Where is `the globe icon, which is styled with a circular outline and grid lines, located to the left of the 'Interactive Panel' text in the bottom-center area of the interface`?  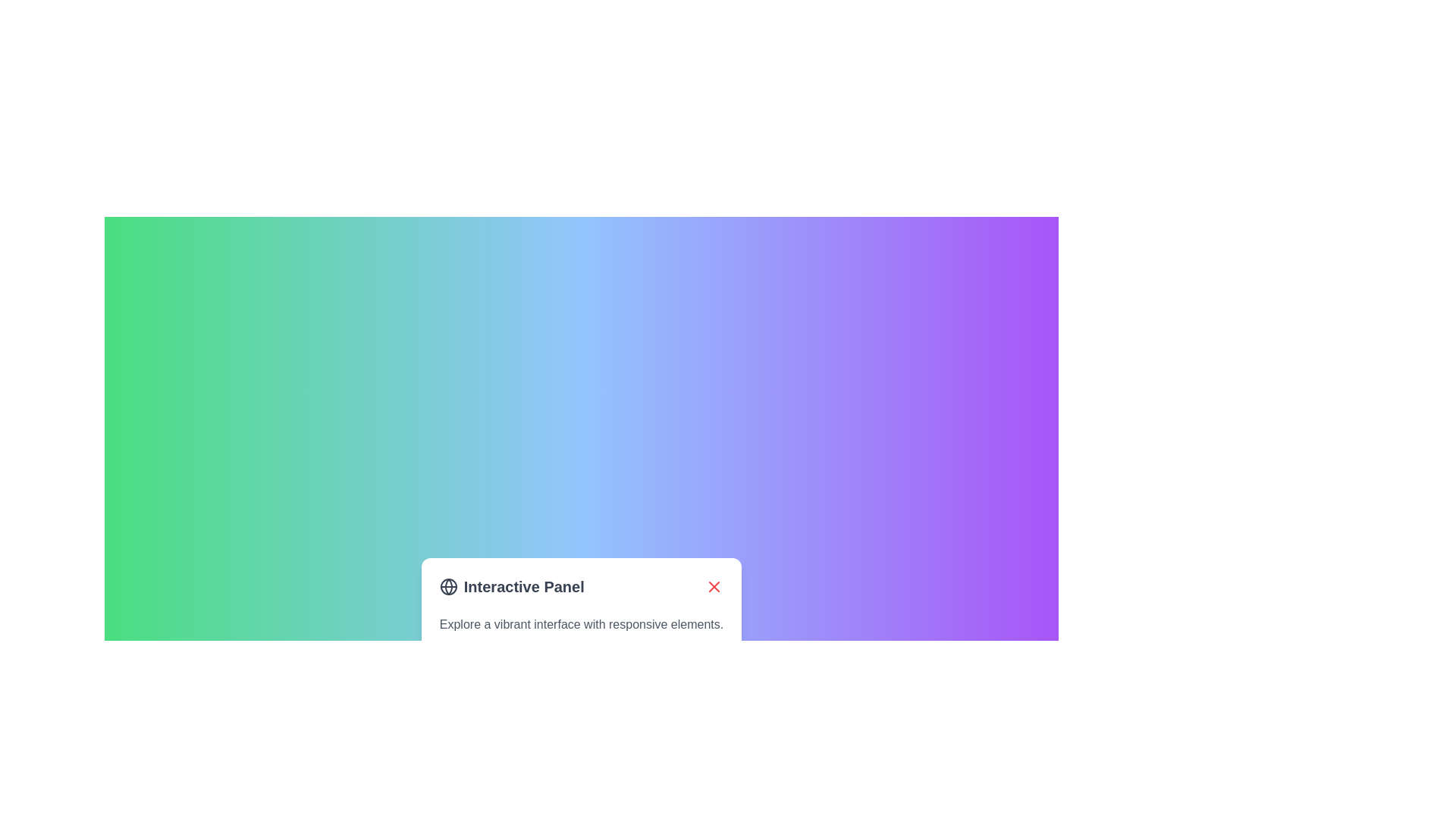
the globe icon, which is styled with a circular outline and grid lines, located to the left of the 'Interactive Panel' text in the bottom-center area of the interface is located at coordinates (447, 586).